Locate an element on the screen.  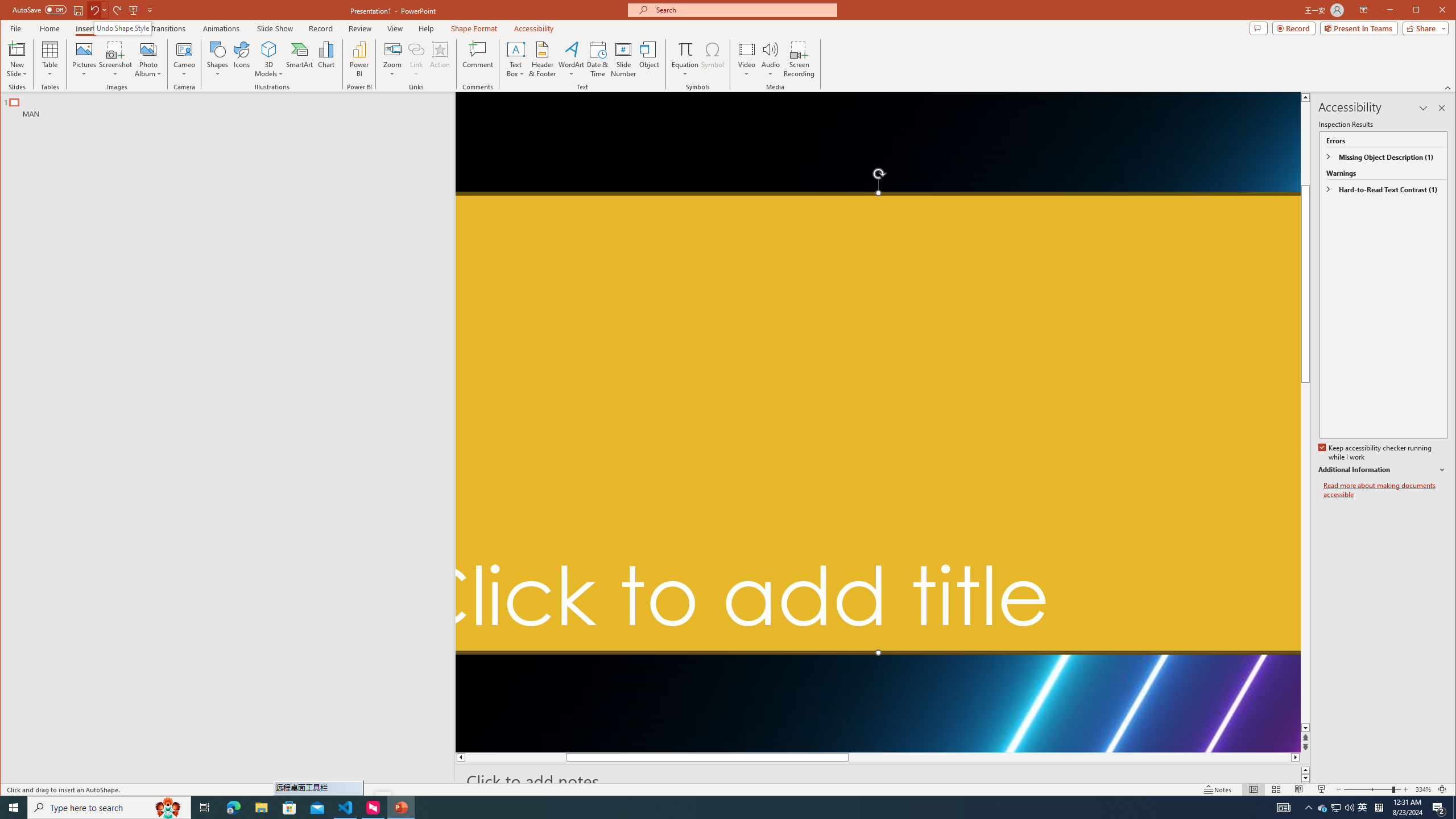
'Notes ' is located at coordinates (1217, 789).